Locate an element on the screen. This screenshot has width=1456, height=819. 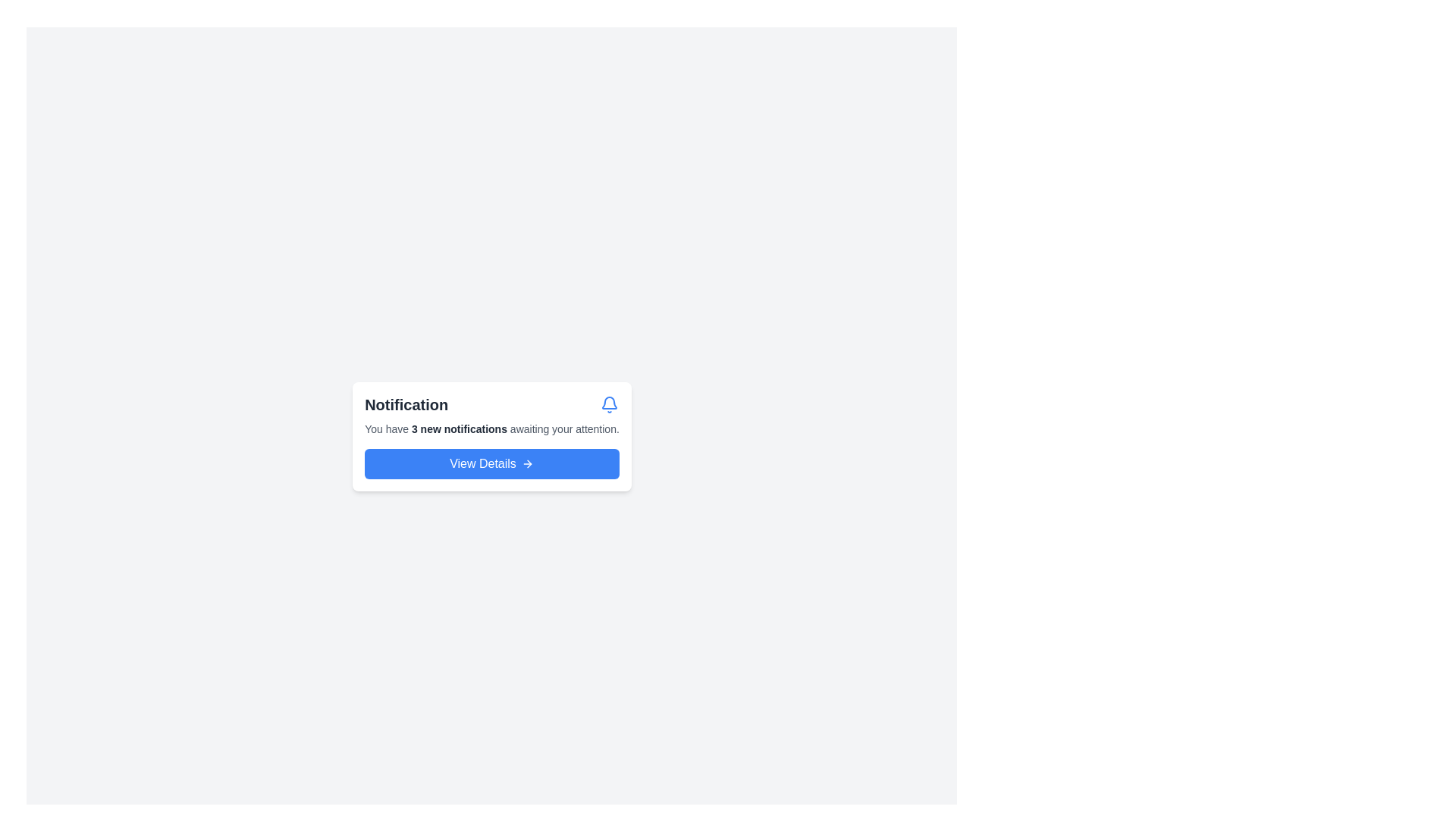
the text label that reads '3 new notifications' within the notification card is located at coordinates (458, 429).